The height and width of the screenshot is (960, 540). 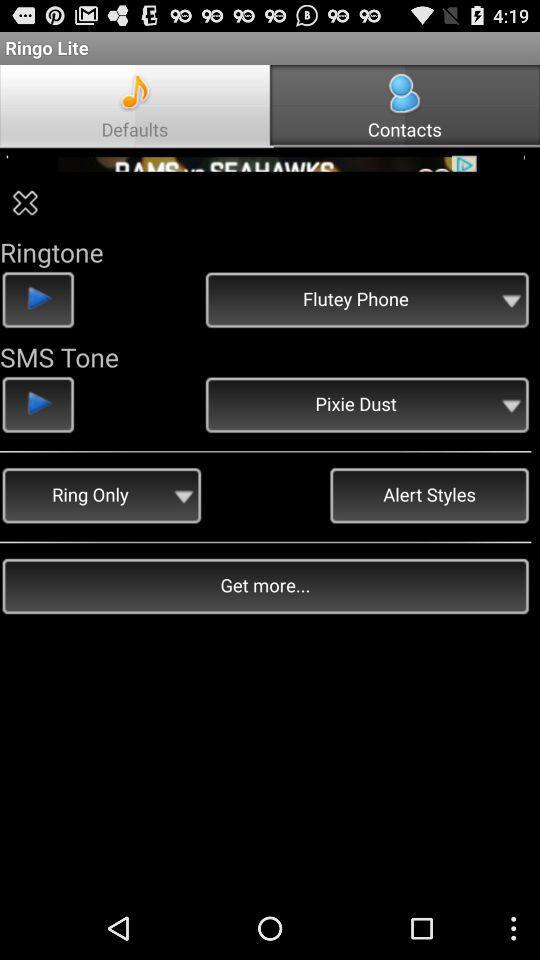 I want to click on the play icon, so click(x=38, y=434).